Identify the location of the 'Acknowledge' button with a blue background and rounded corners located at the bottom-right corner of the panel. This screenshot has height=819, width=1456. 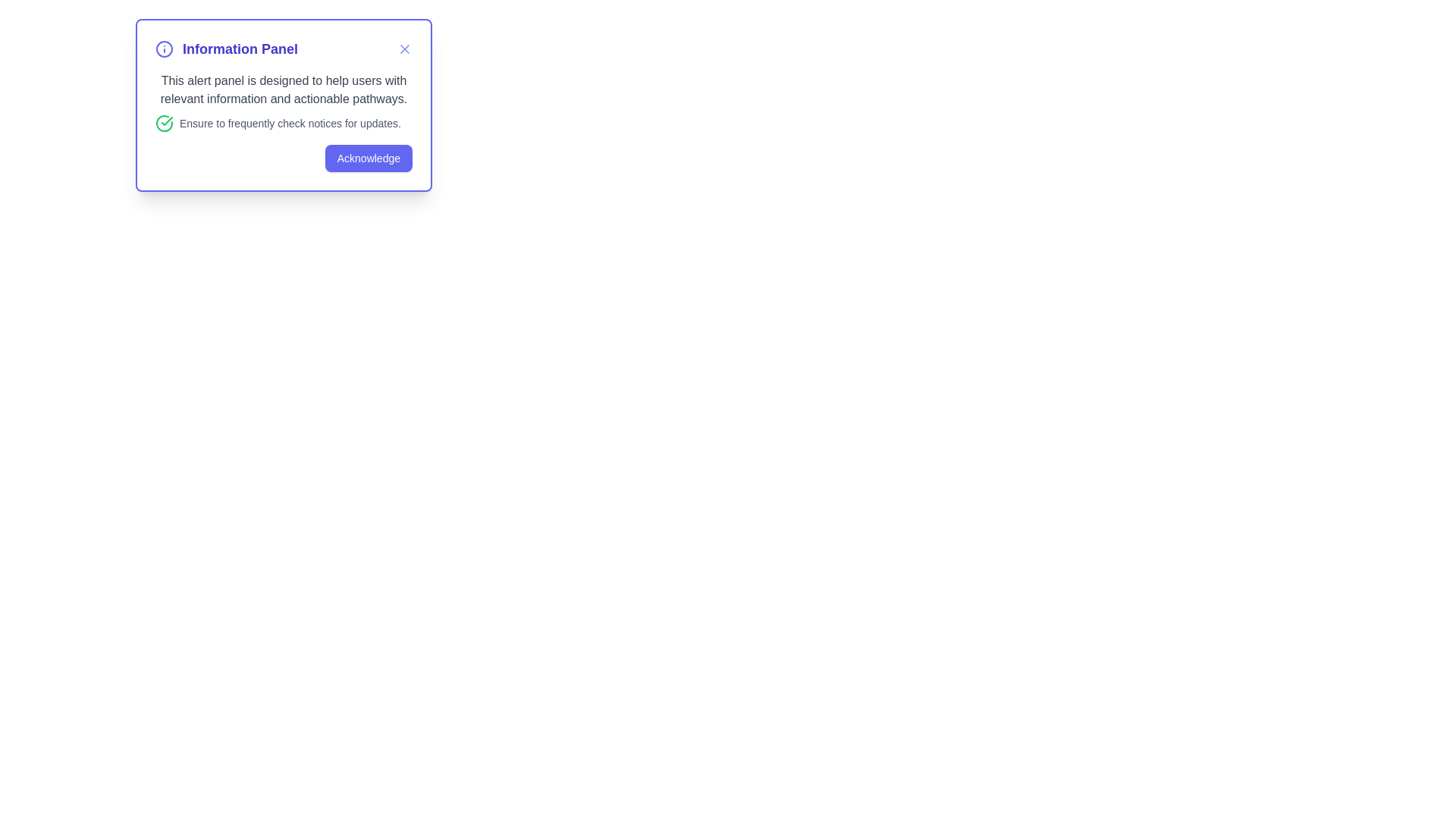
(369, 158).